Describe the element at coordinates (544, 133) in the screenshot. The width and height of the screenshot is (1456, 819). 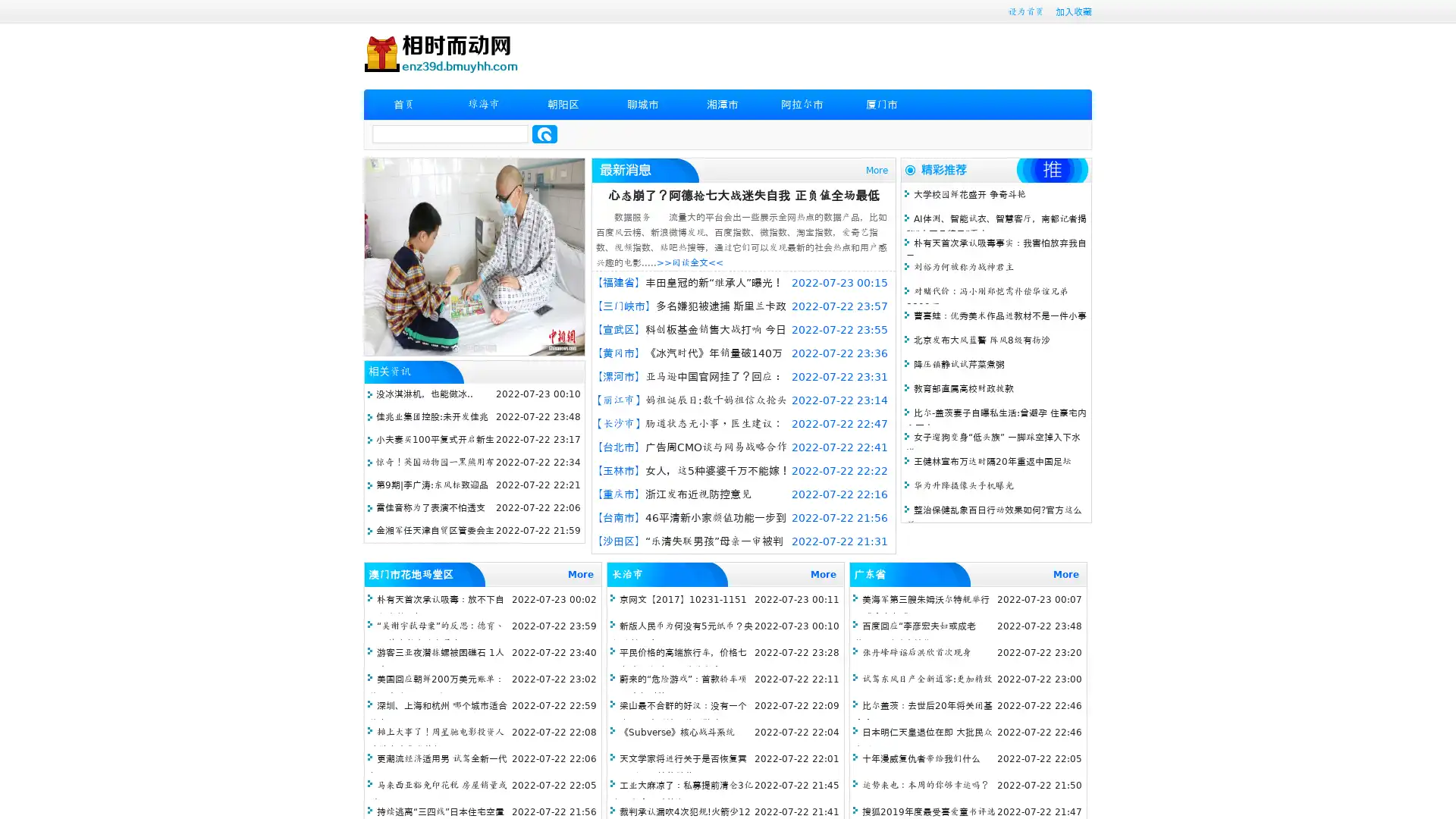
I see `Search` at that location.